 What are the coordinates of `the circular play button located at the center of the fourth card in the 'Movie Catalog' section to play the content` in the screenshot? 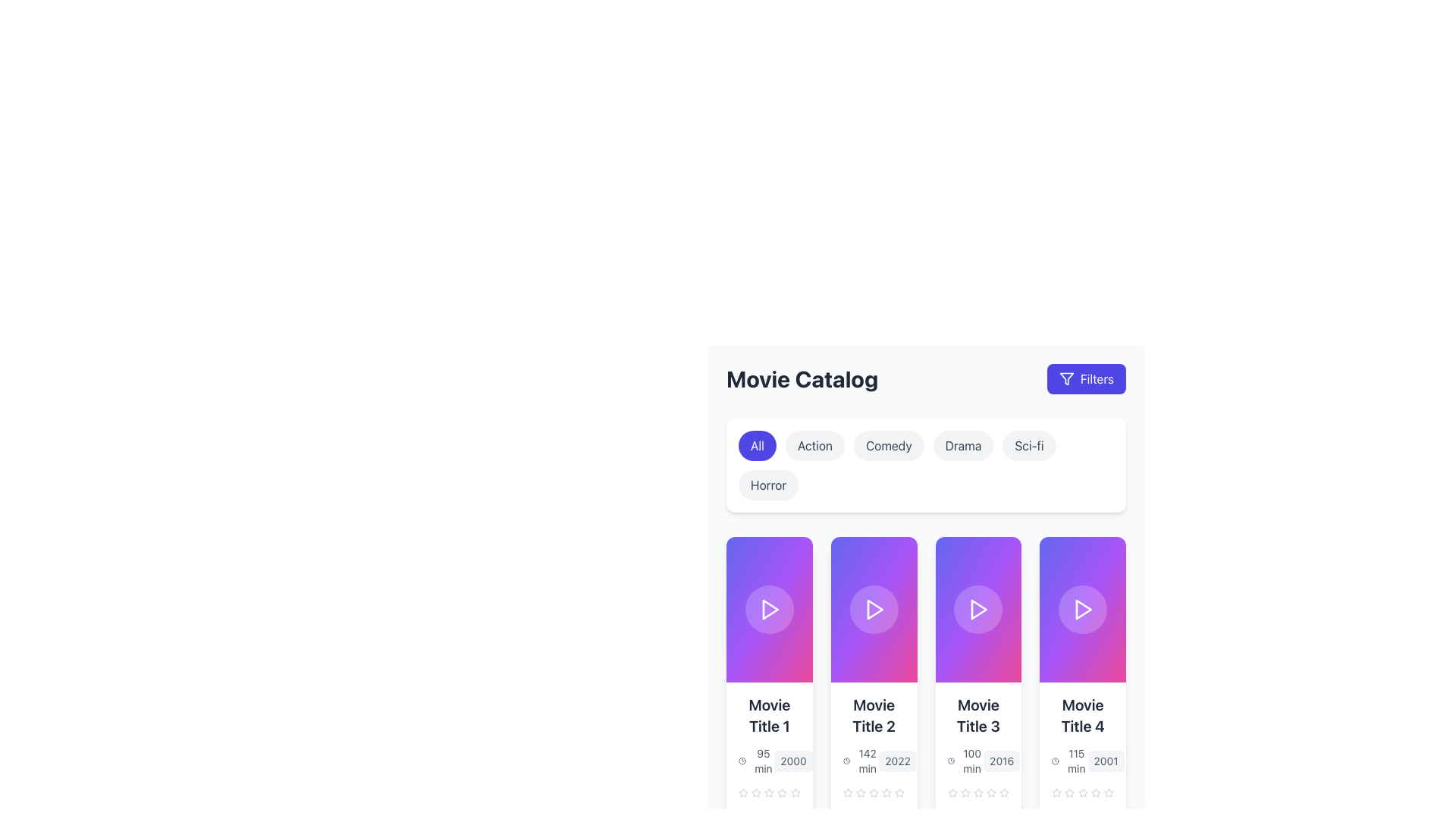 It's located at (1082, 608).